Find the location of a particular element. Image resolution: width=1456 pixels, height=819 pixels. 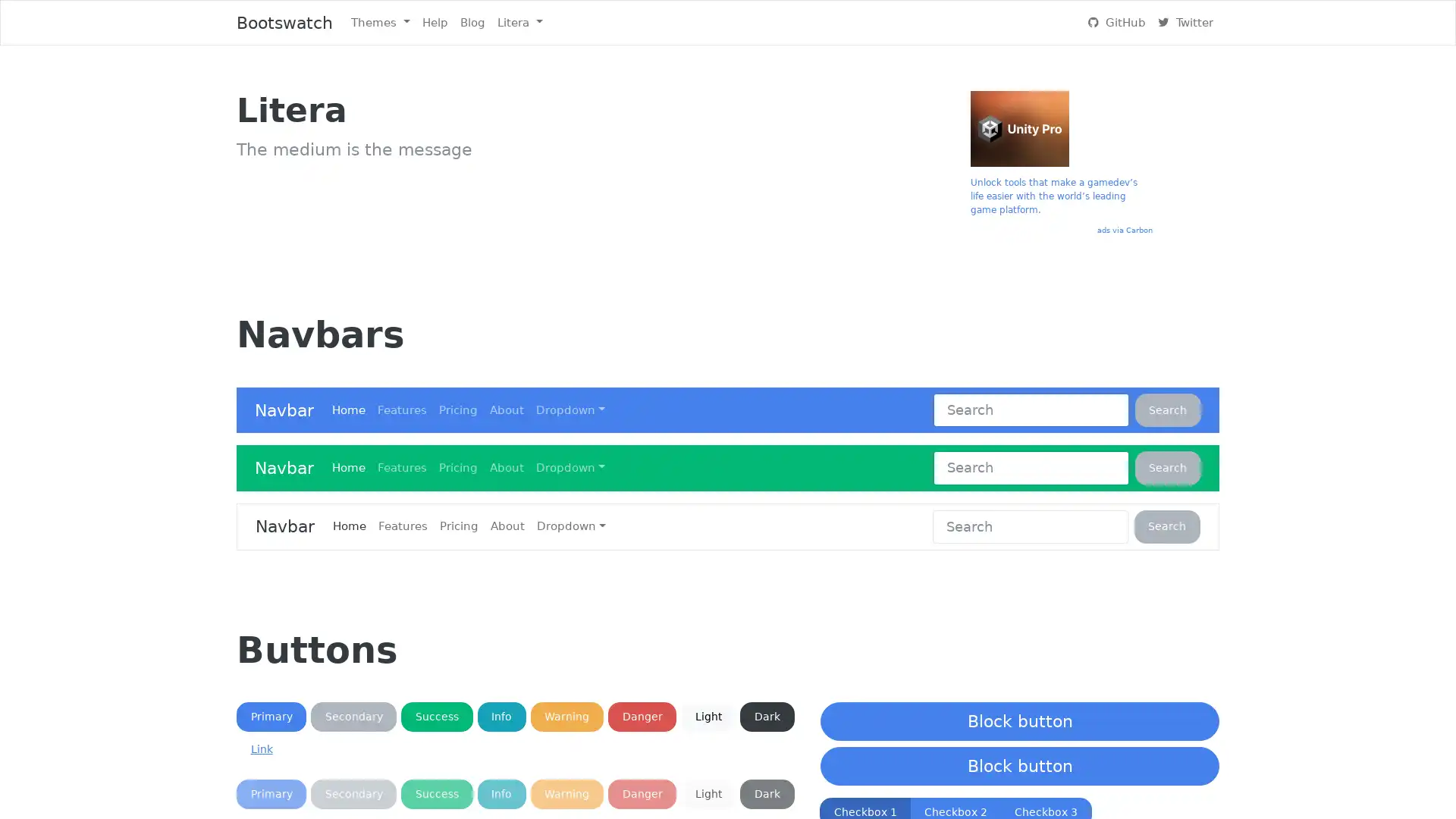

Search is located at coordinates (1167, 467).